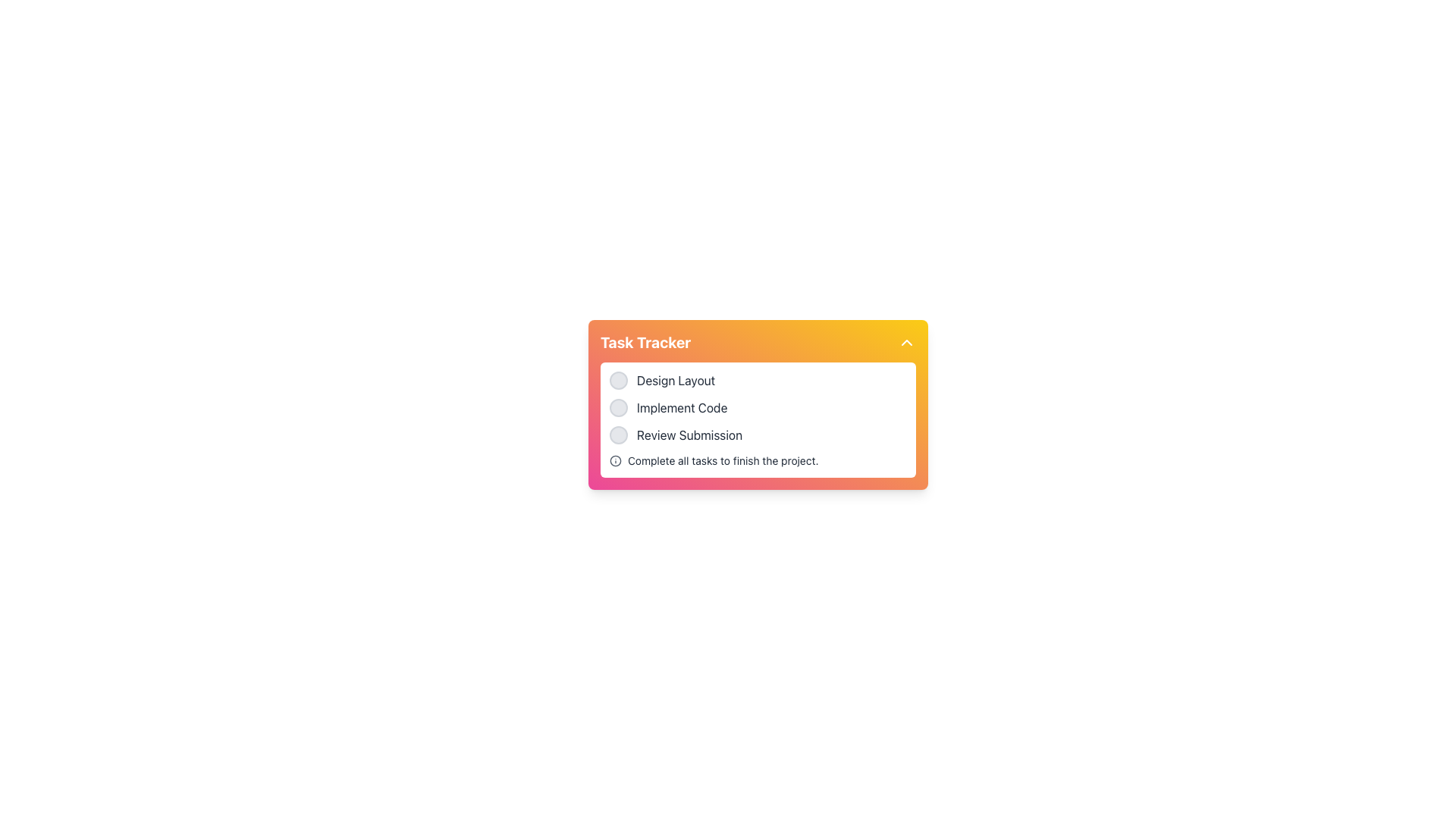  Describe the element at coordinates (619, 406) in the screenshot. I see `the interactive checkbox` at that location.